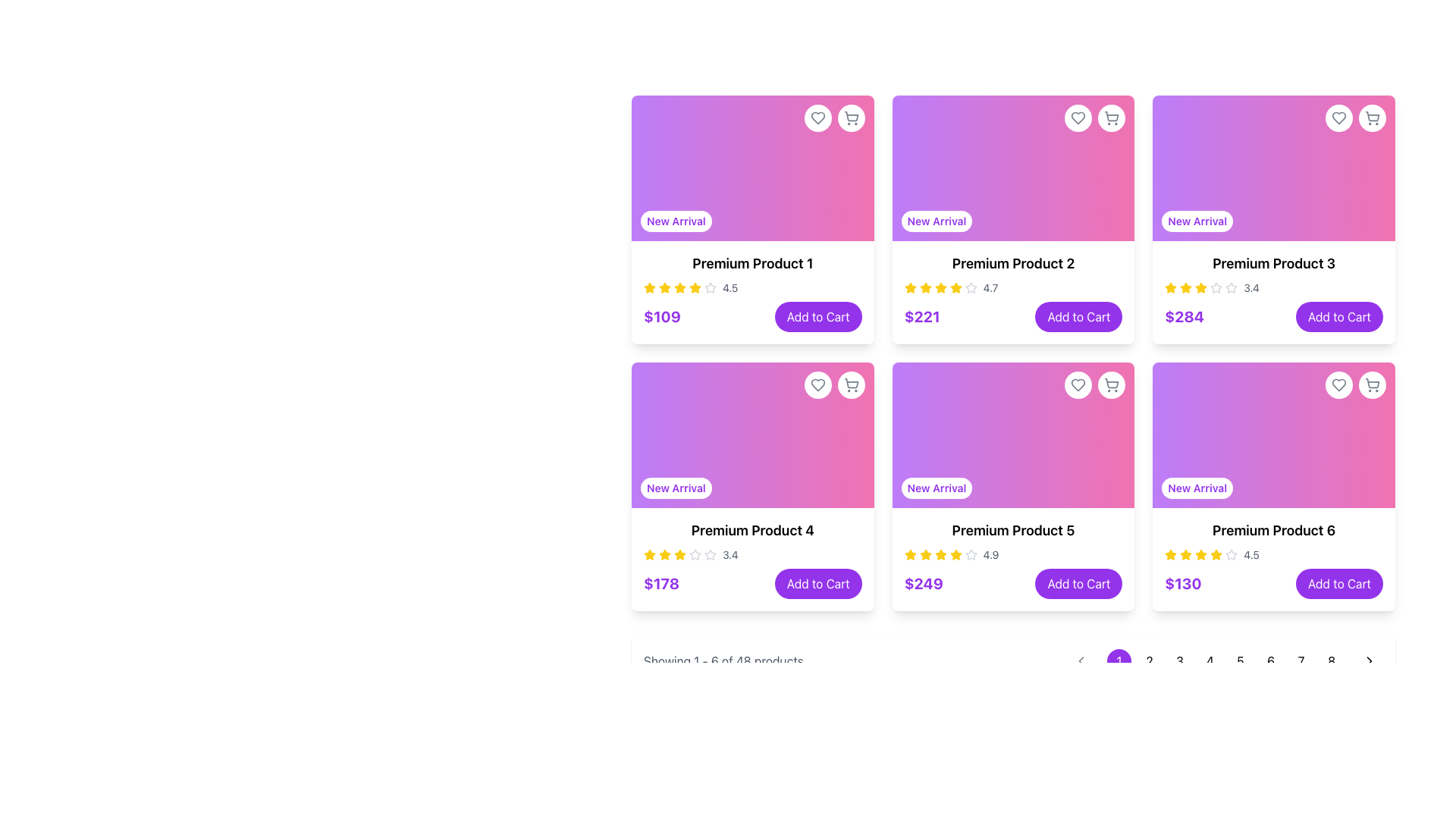 The width and height of the screenshot is (1456, 819). Describe the element at coordinates (817, 117) in the screenshot. I see `the heart-shaped icon in the top-right corner of the Premium Product 1 card to mark the product as favorite` at that location.